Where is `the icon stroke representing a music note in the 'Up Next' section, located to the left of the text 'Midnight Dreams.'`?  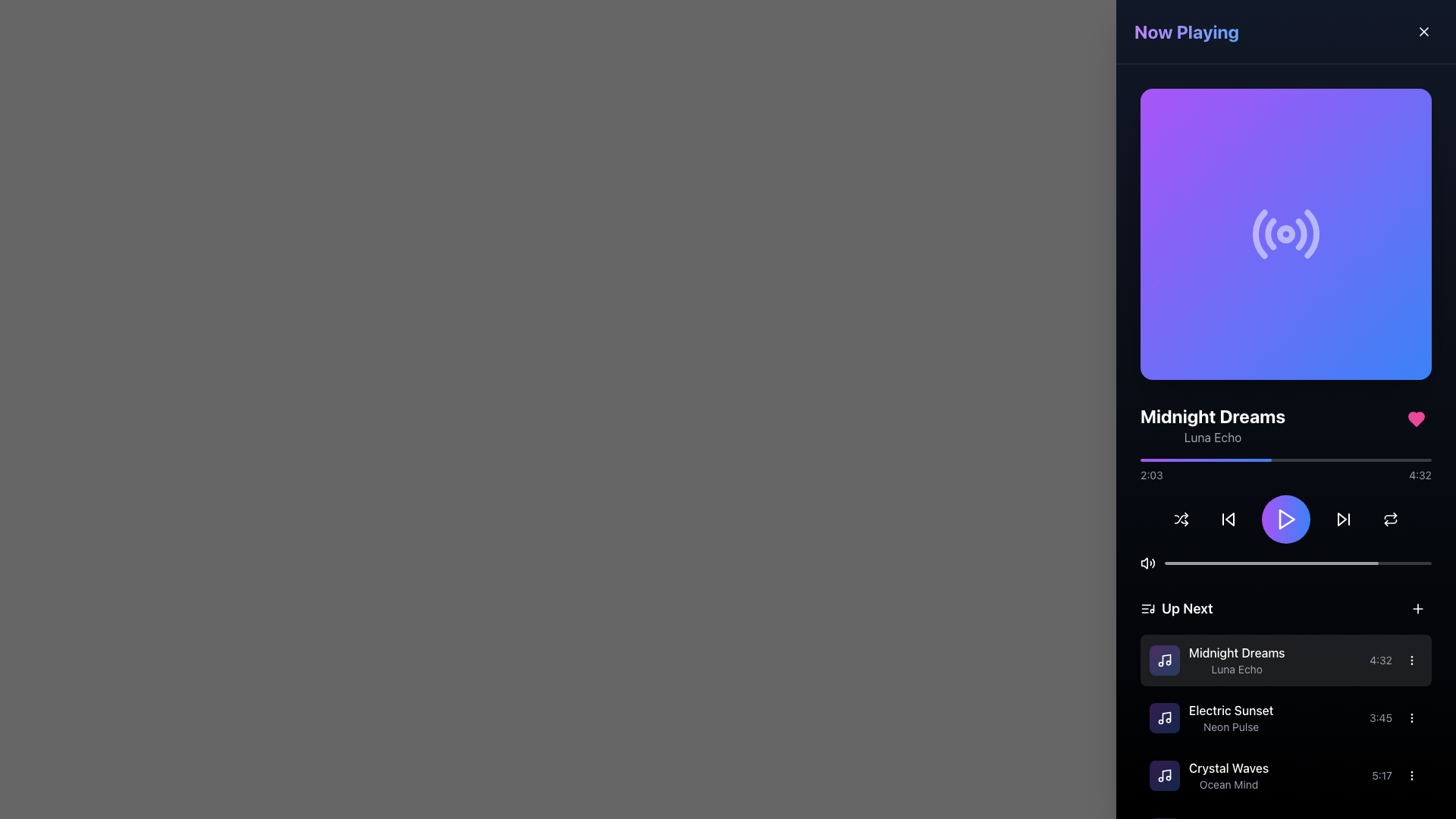 the icon stroke representing a music note in the 'Up Next' section, located to the left of the text 'Midnight Dreams.' is located at coordinates (1166, 774).